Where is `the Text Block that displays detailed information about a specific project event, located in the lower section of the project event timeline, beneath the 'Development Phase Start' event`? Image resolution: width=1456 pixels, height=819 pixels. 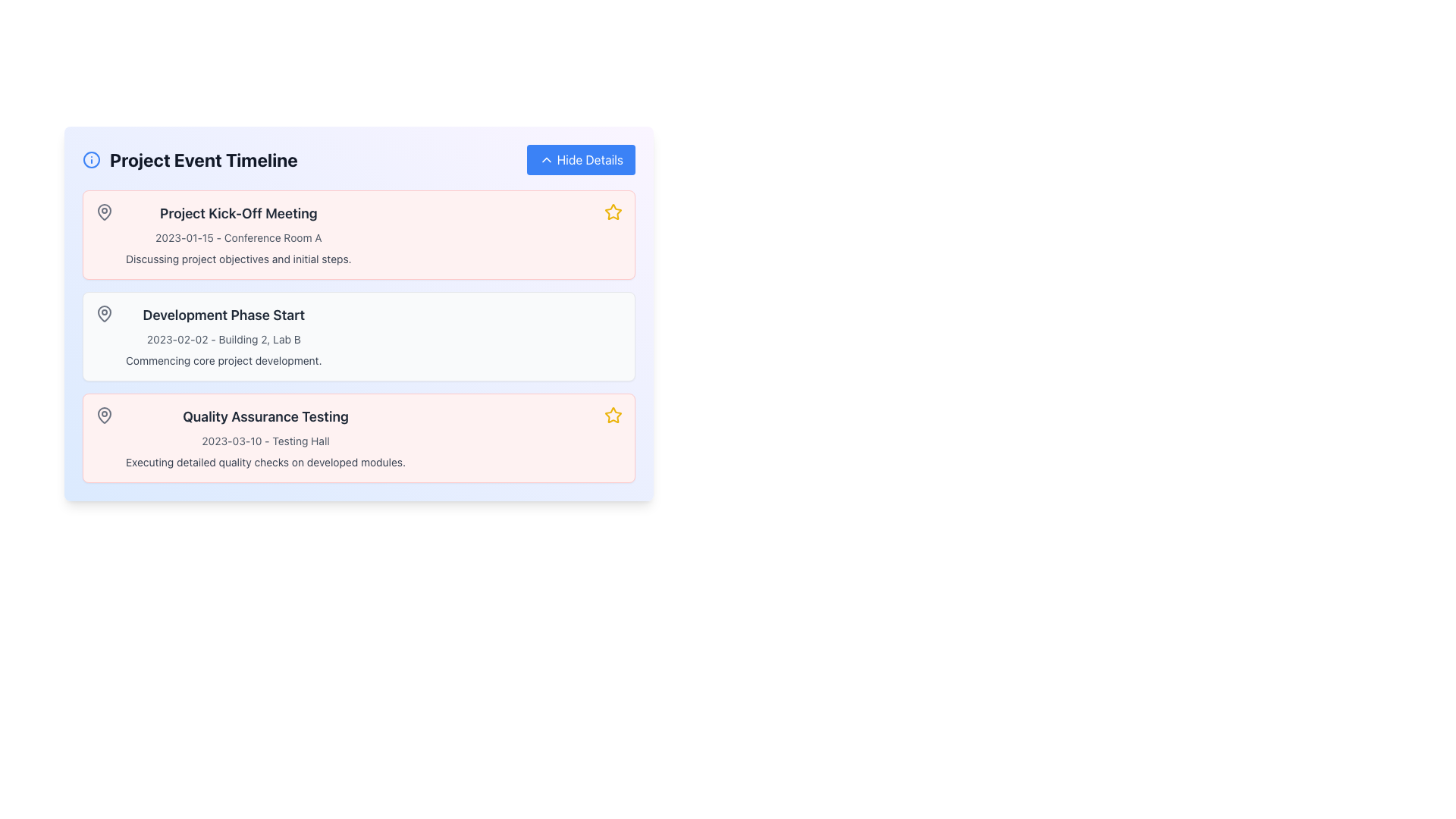
the Text Block that displays detailed information about a specific project event, located in the lower section of the project event timeline, beneath the 'Development Phase Start' event is located at coordinates (265, 438).